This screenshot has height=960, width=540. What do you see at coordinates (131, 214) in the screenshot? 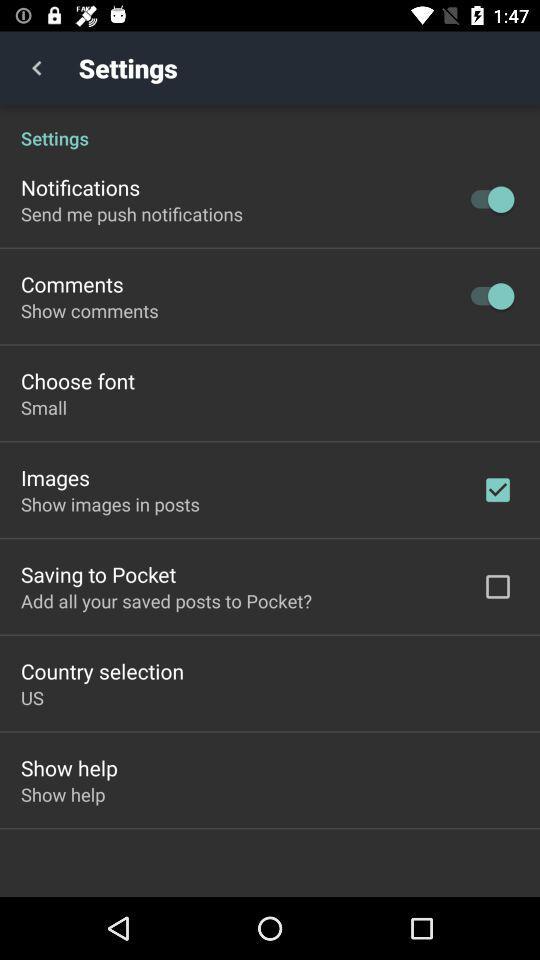
I see `the send me push item` at bounding box center [131, 214].